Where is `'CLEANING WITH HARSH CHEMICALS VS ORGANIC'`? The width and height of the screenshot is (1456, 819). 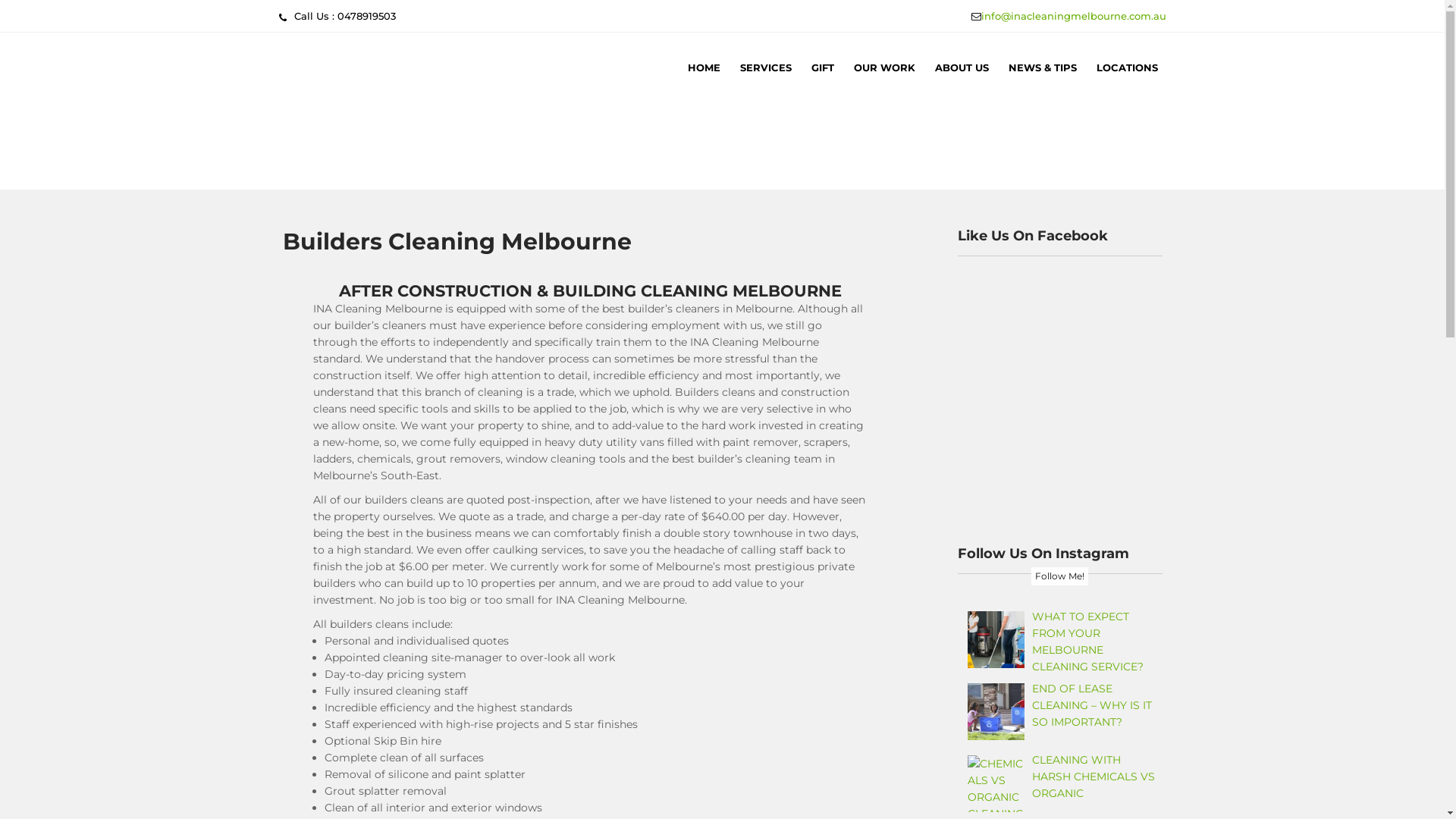 'CLEANING WITH HARSH CHEMICALS VS ORGANIC' is located at coordinates (1031, 776).